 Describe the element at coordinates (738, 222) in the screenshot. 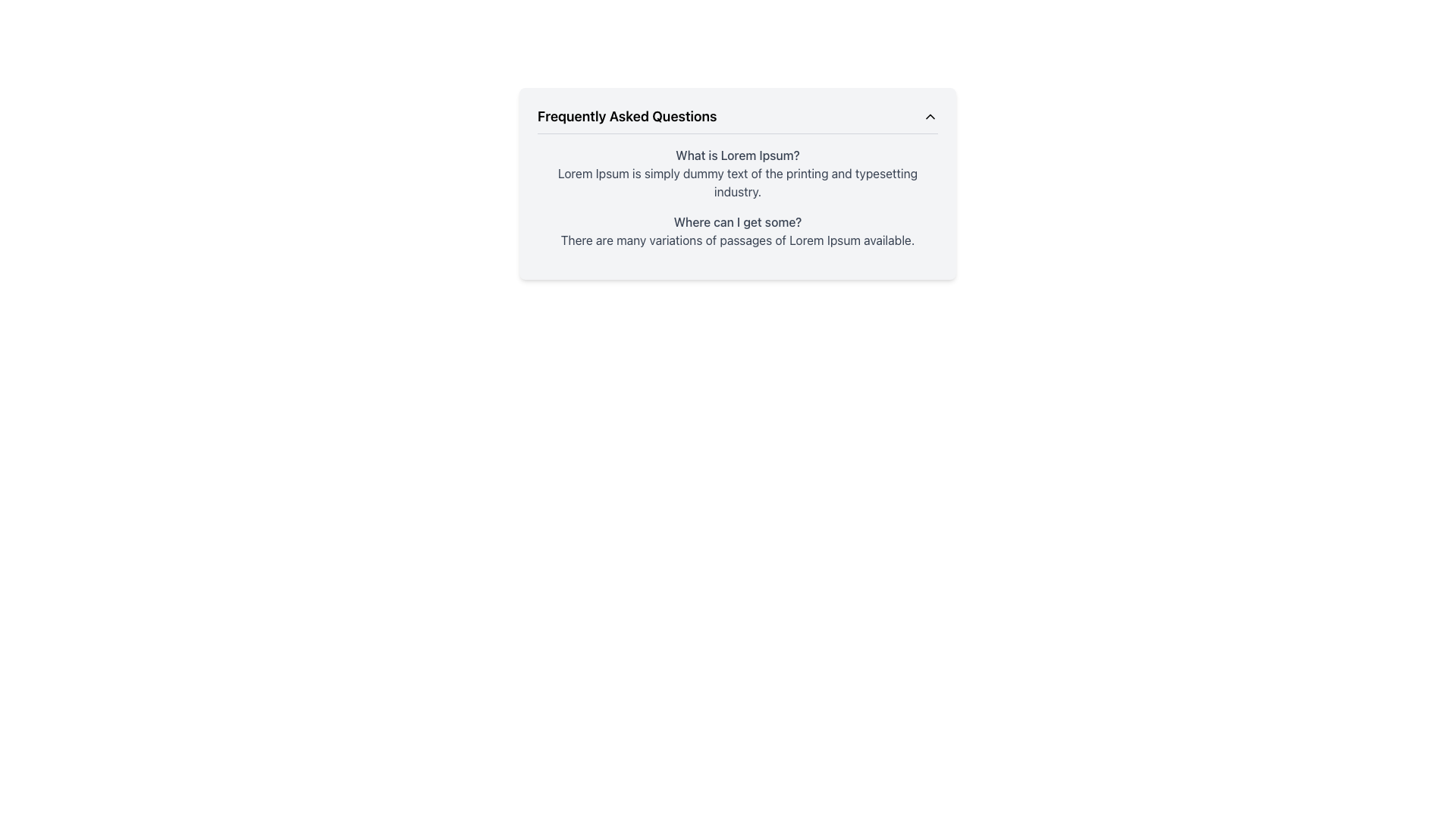

I see `the informational static text located beneath the FAQ header, which serves as a header or sub-header for the FAQ content` at that location.